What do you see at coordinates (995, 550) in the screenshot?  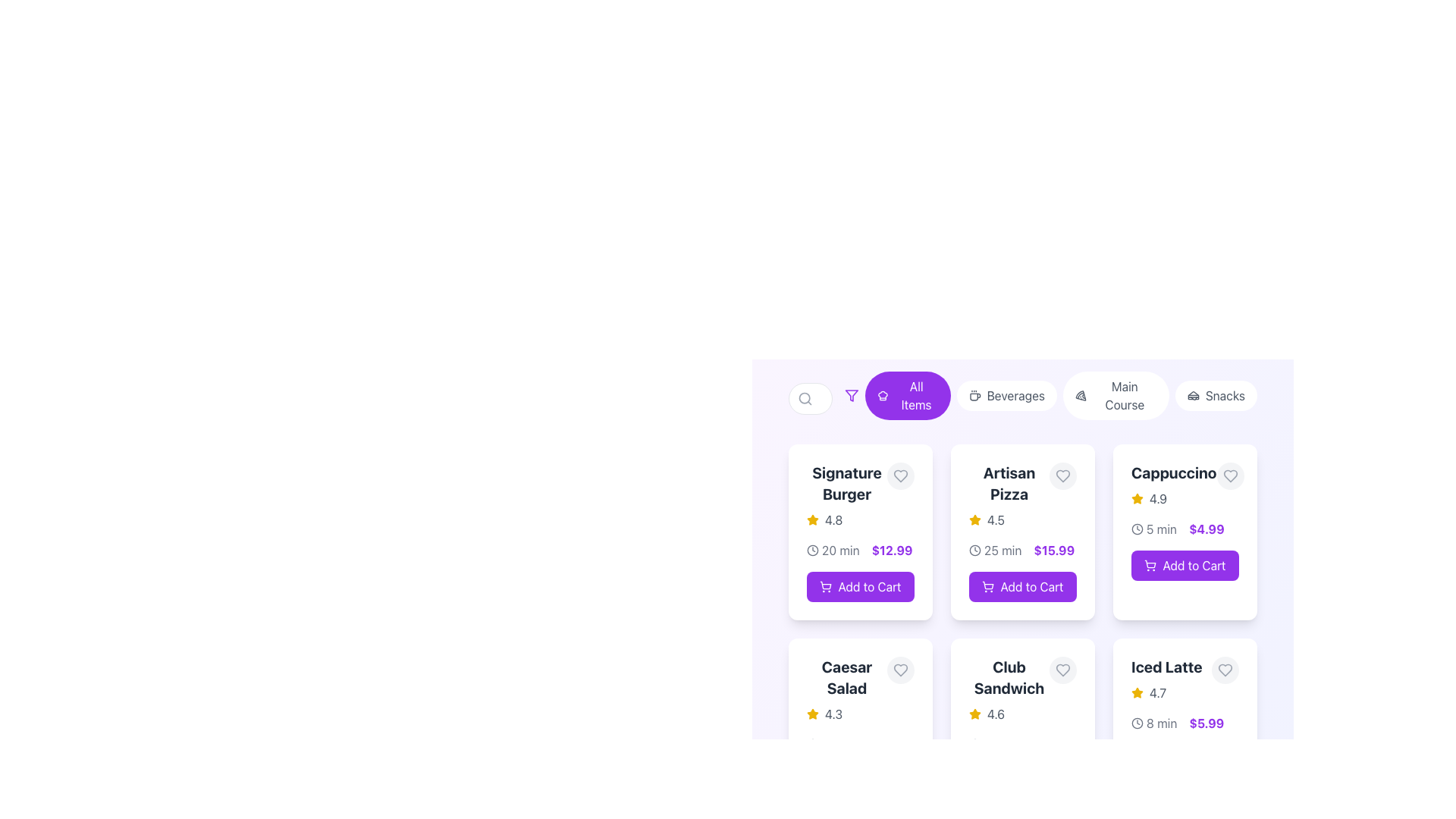 I see `the Time indicator label which consists of a clock icon and the text '25 min', located to the left of the price '$15.99'` at bounding box center [995, 550].